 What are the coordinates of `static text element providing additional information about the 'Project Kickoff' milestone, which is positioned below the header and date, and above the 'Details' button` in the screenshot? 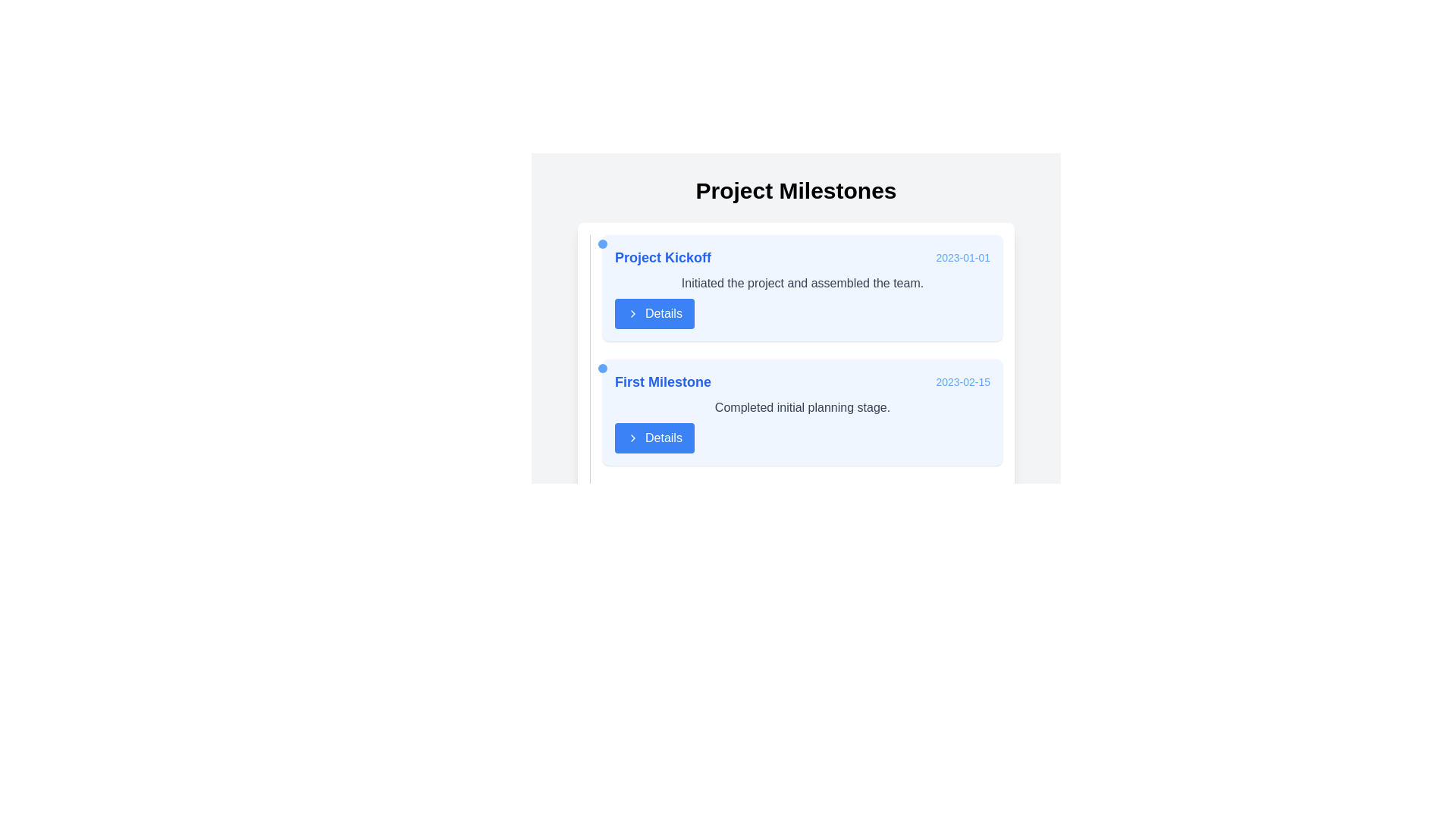 It's located at (802, 284).